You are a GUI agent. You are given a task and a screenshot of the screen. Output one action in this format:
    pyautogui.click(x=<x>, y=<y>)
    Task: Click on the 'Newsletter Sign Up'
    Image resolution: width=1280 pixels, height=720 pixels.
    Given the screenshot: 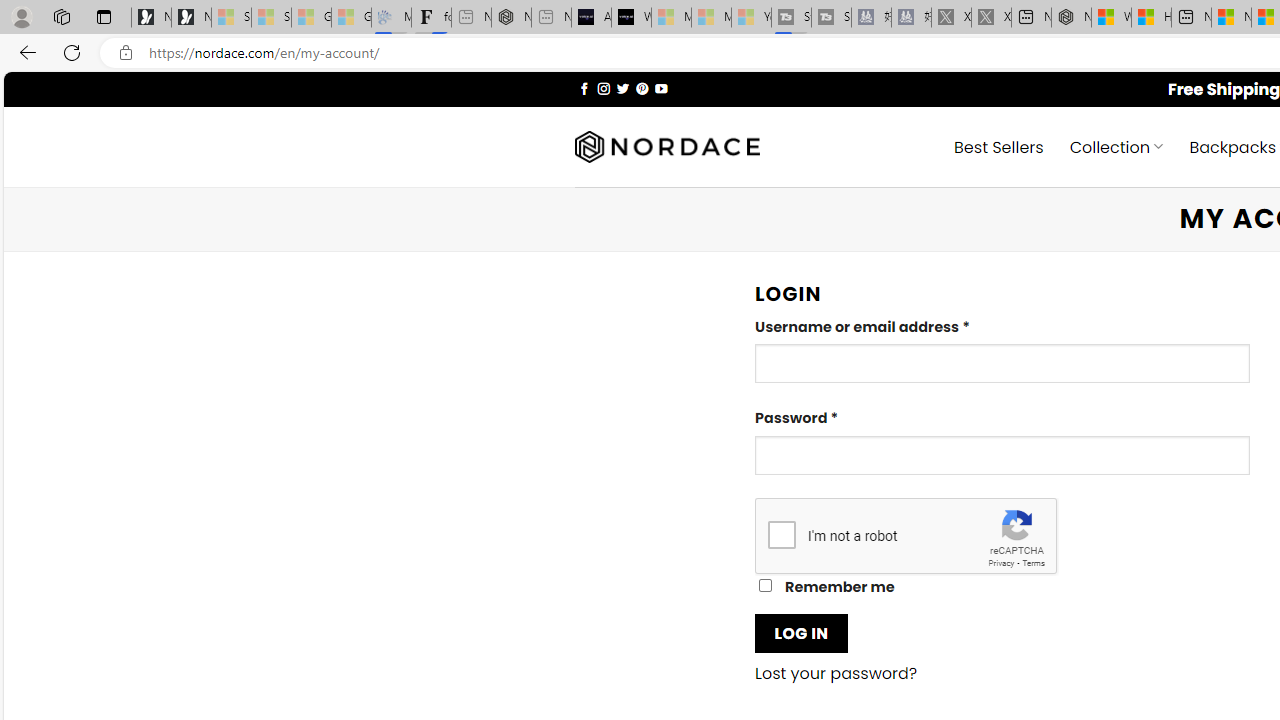 What is the action you would take?
    pyautogui.click(x=191, y=17)
    